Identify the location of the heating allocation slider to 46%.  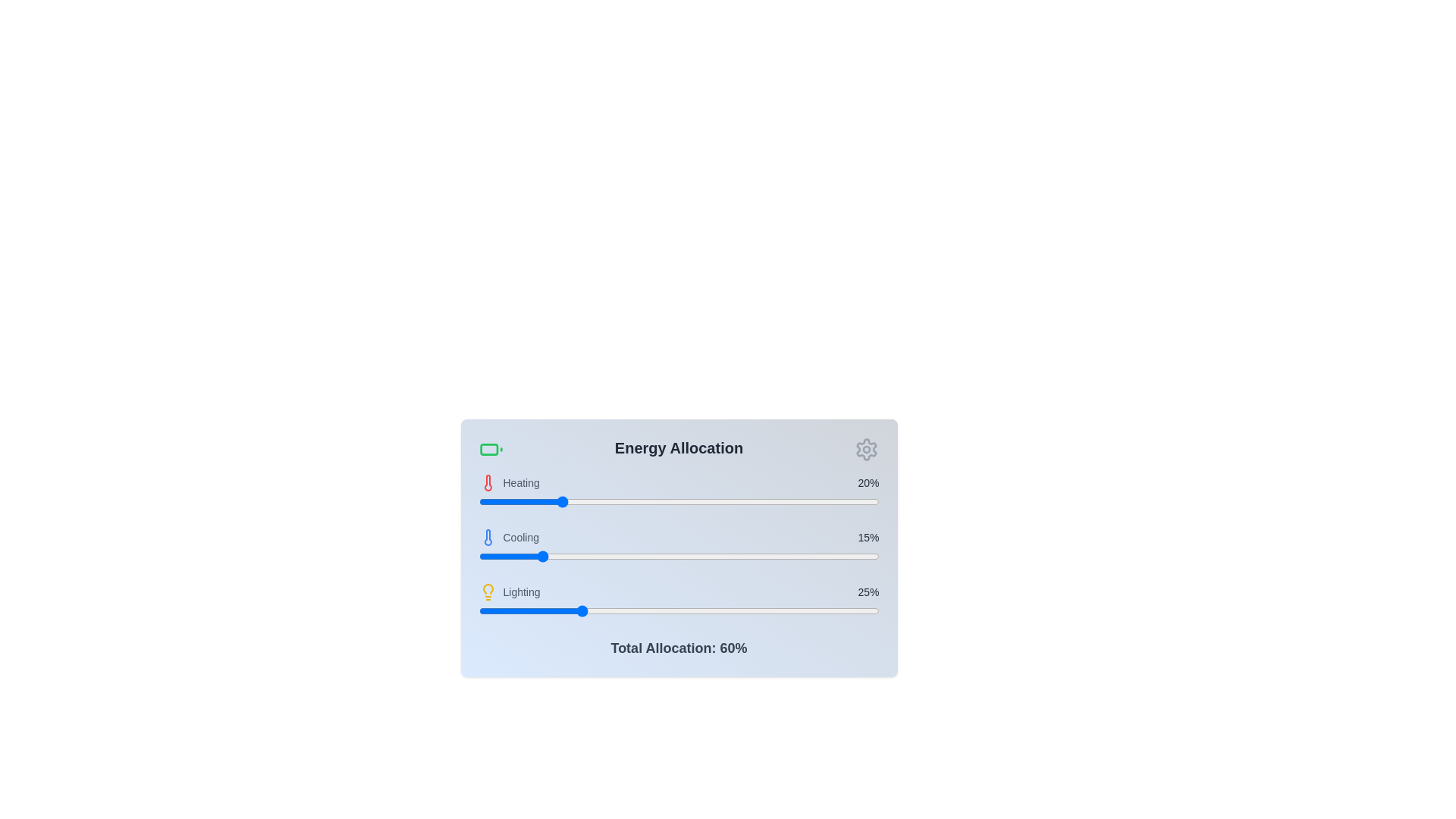
(663, 502).